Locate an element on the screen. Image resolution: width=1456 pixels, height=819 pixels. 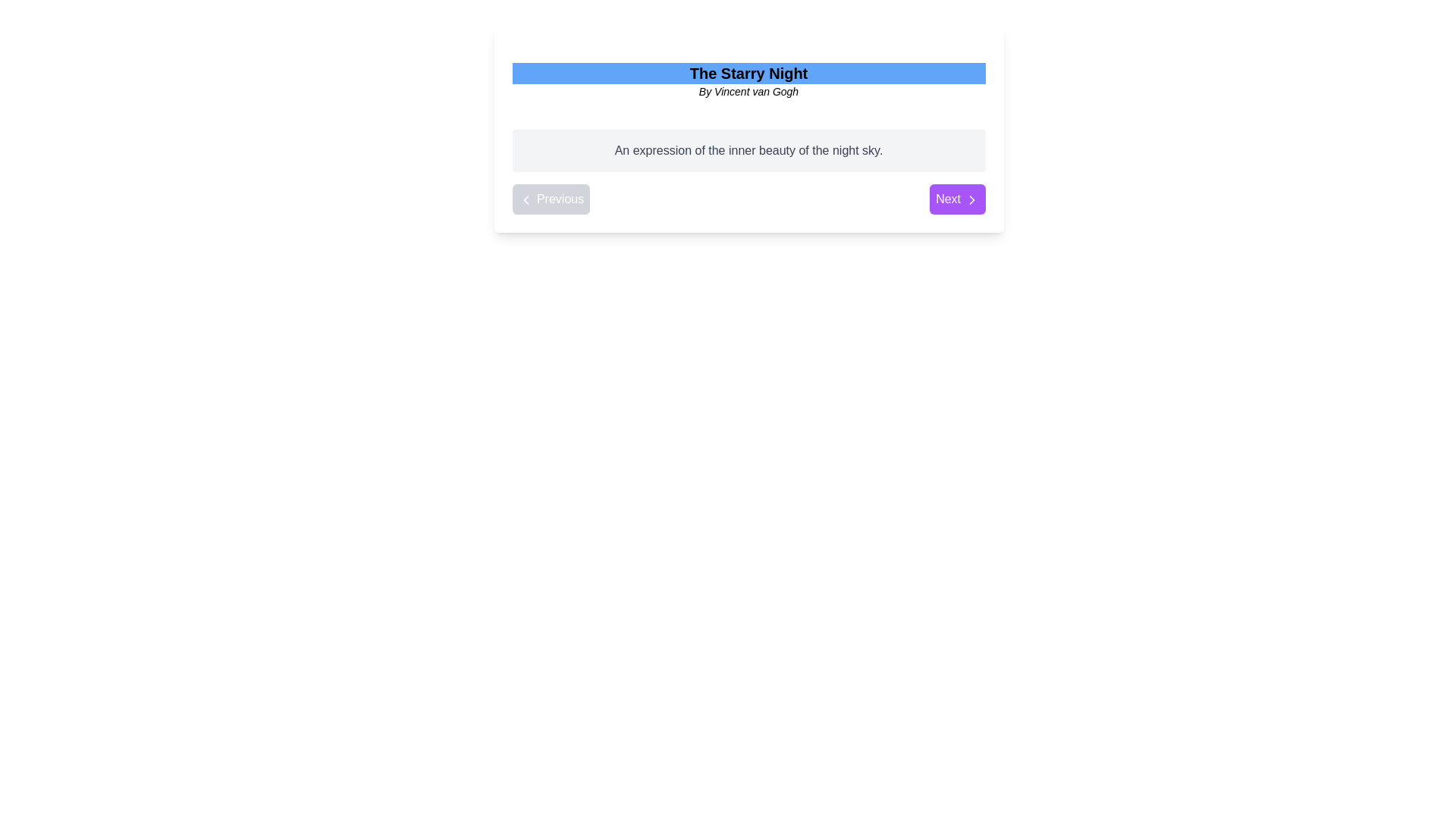
the descriptive text display box located beneath the title 'The Starry Night' and above the 'Previous' and 'Next' buttons is located at coordinates (748, 151).